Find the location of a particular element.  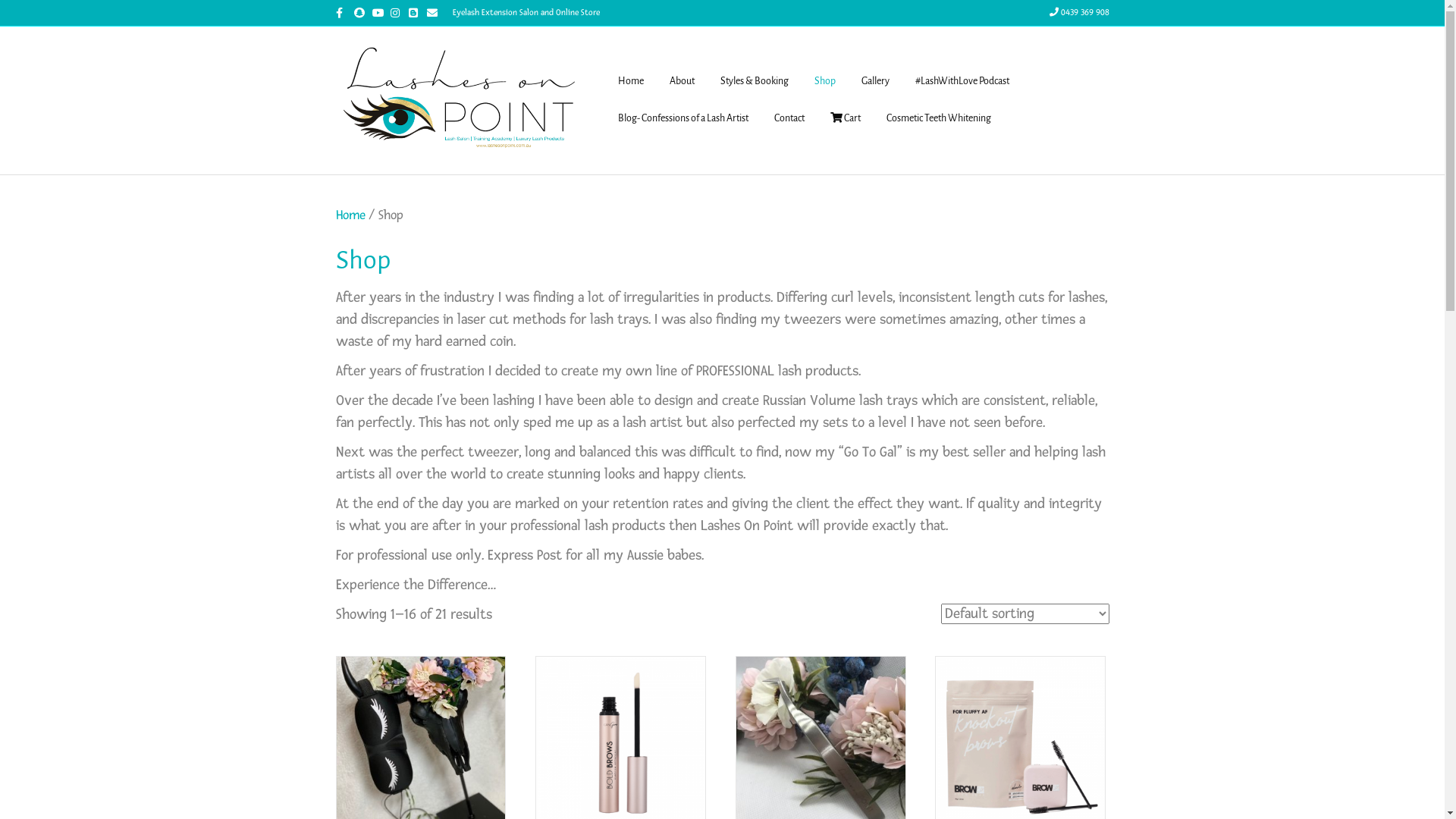

'Cart' is located at coordinates (844, 118).